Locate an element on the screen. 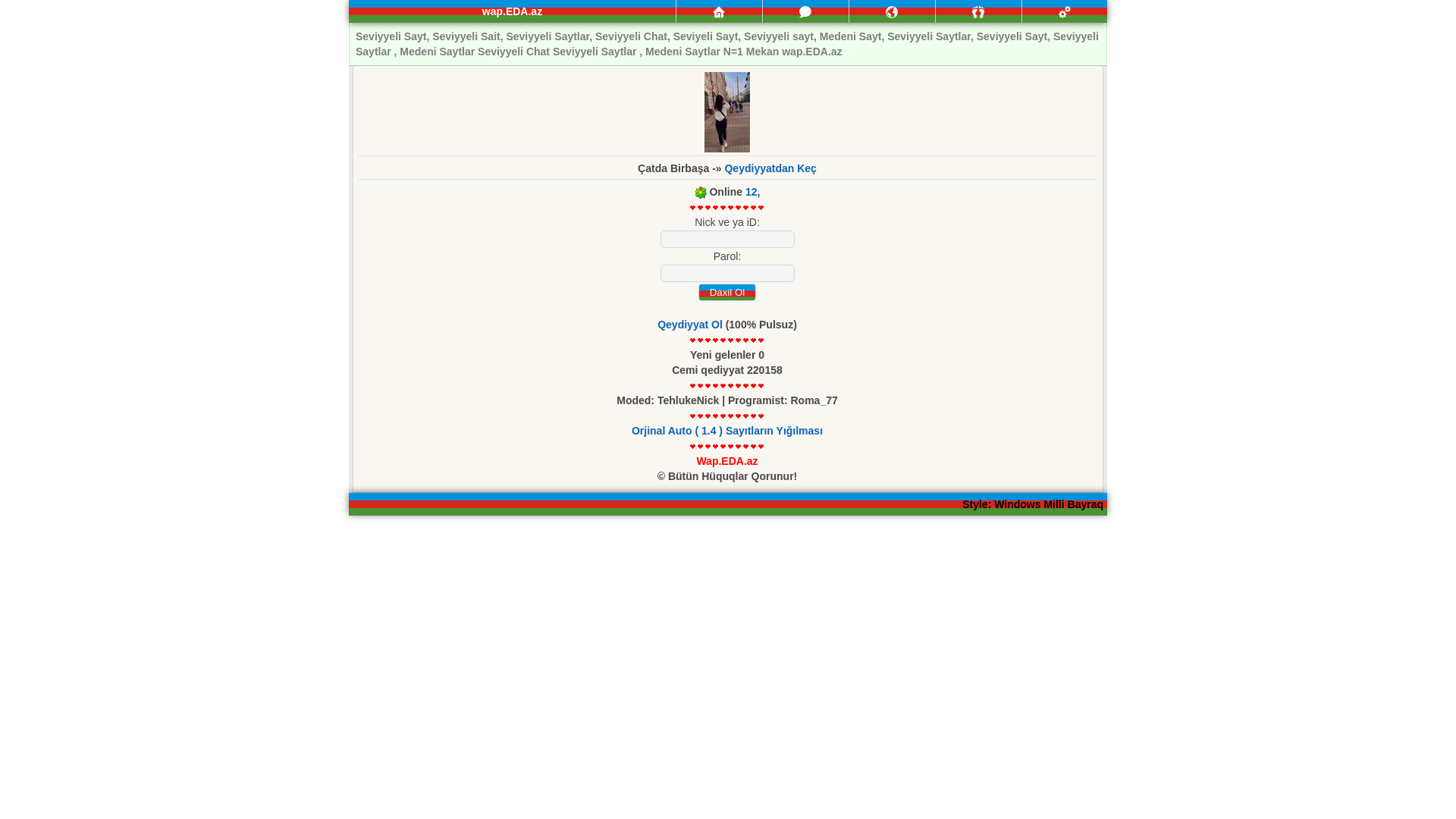 The height and width of the screenshot is (819, 1456). 'Daxil Ol' is located at coordinates (698, 292).